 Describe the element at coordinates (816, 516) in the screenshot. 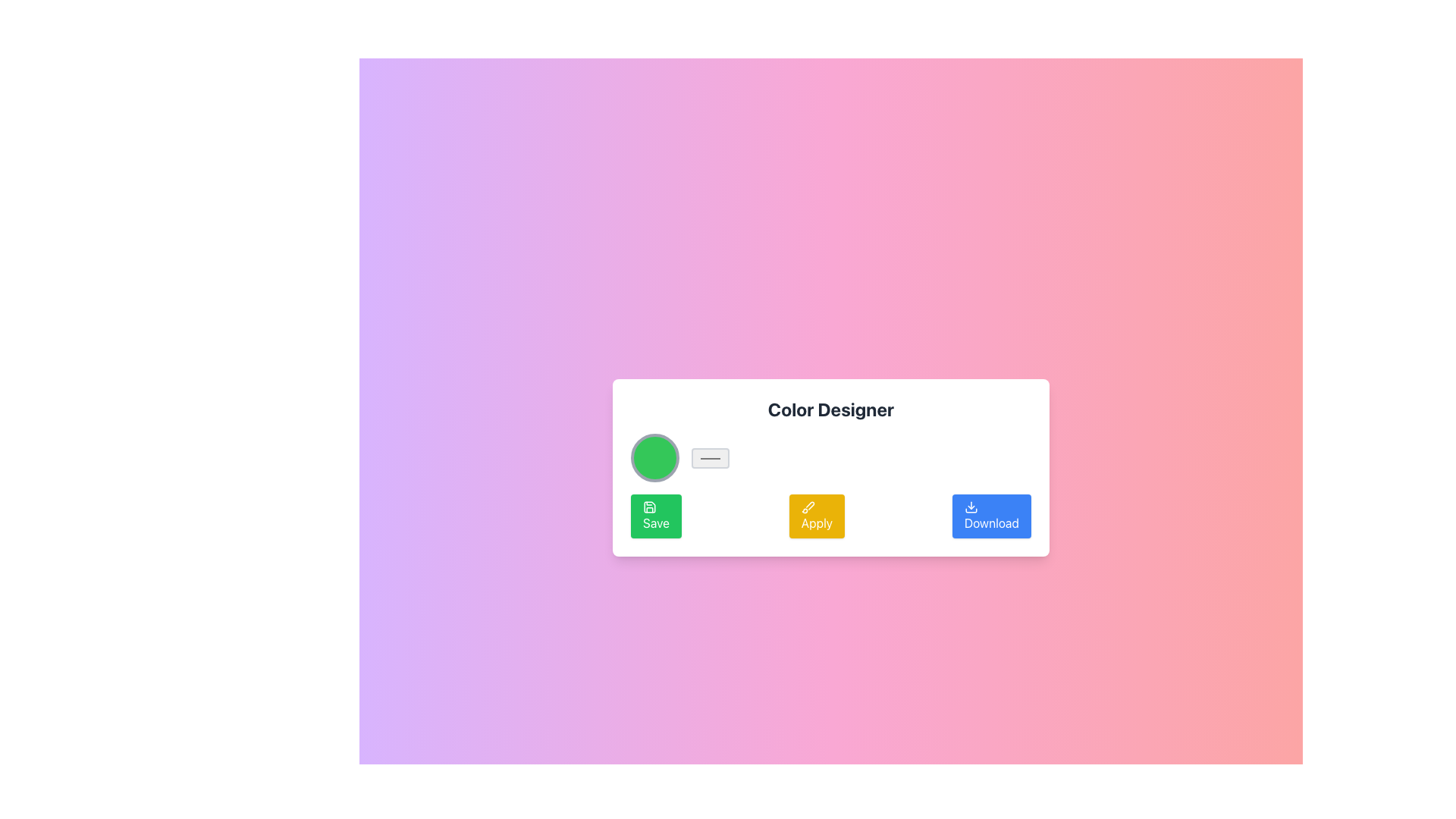

I see `the 'Apply' button, which is a rectangular button with a yellow background and a white text label` at that location.